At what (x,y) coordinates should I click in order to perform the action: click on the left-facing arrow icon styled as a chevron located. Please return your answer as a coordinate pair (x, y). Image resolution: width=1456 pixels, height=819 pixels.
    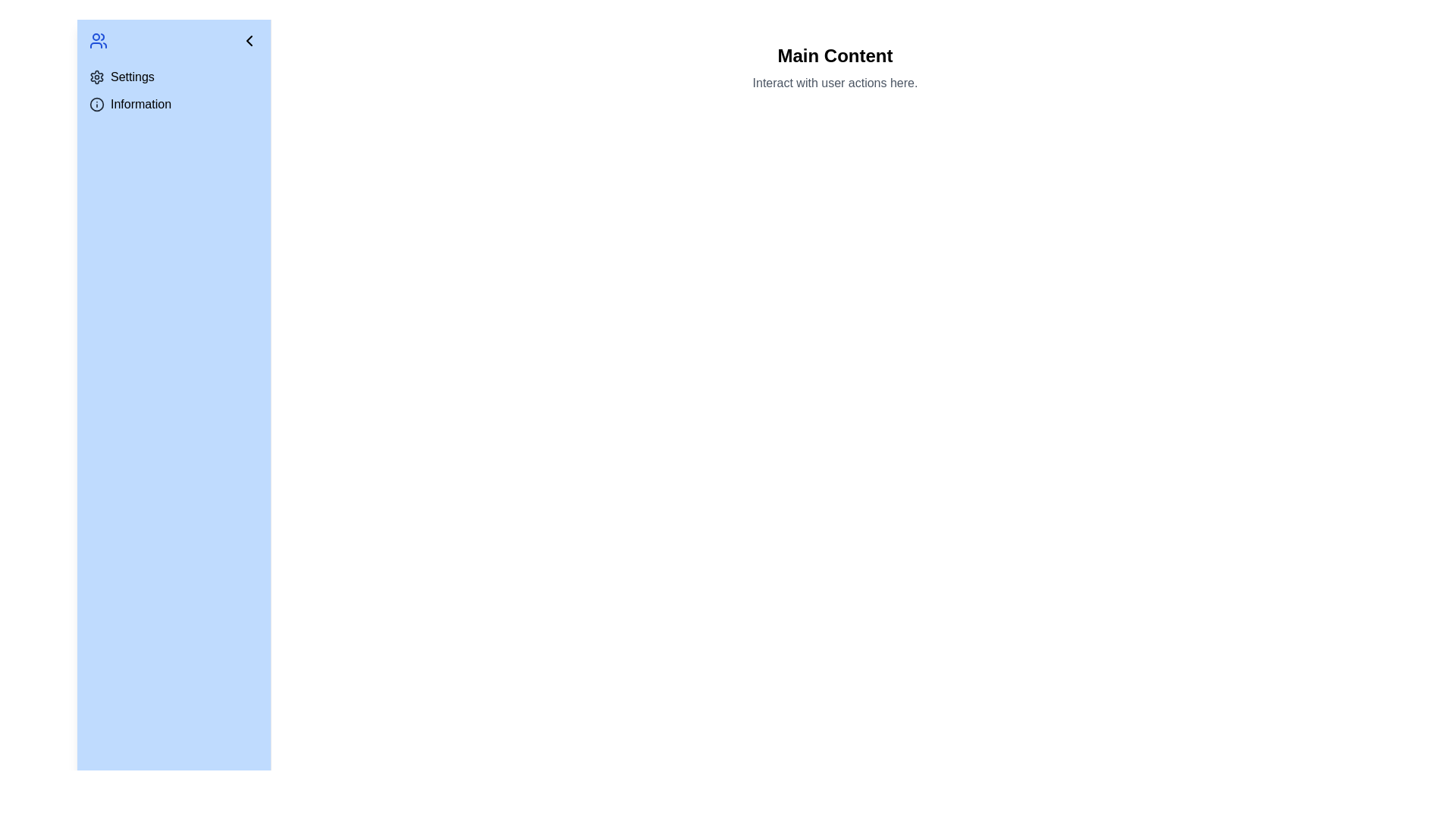
    Looking at the image, I should click on (249, 40).